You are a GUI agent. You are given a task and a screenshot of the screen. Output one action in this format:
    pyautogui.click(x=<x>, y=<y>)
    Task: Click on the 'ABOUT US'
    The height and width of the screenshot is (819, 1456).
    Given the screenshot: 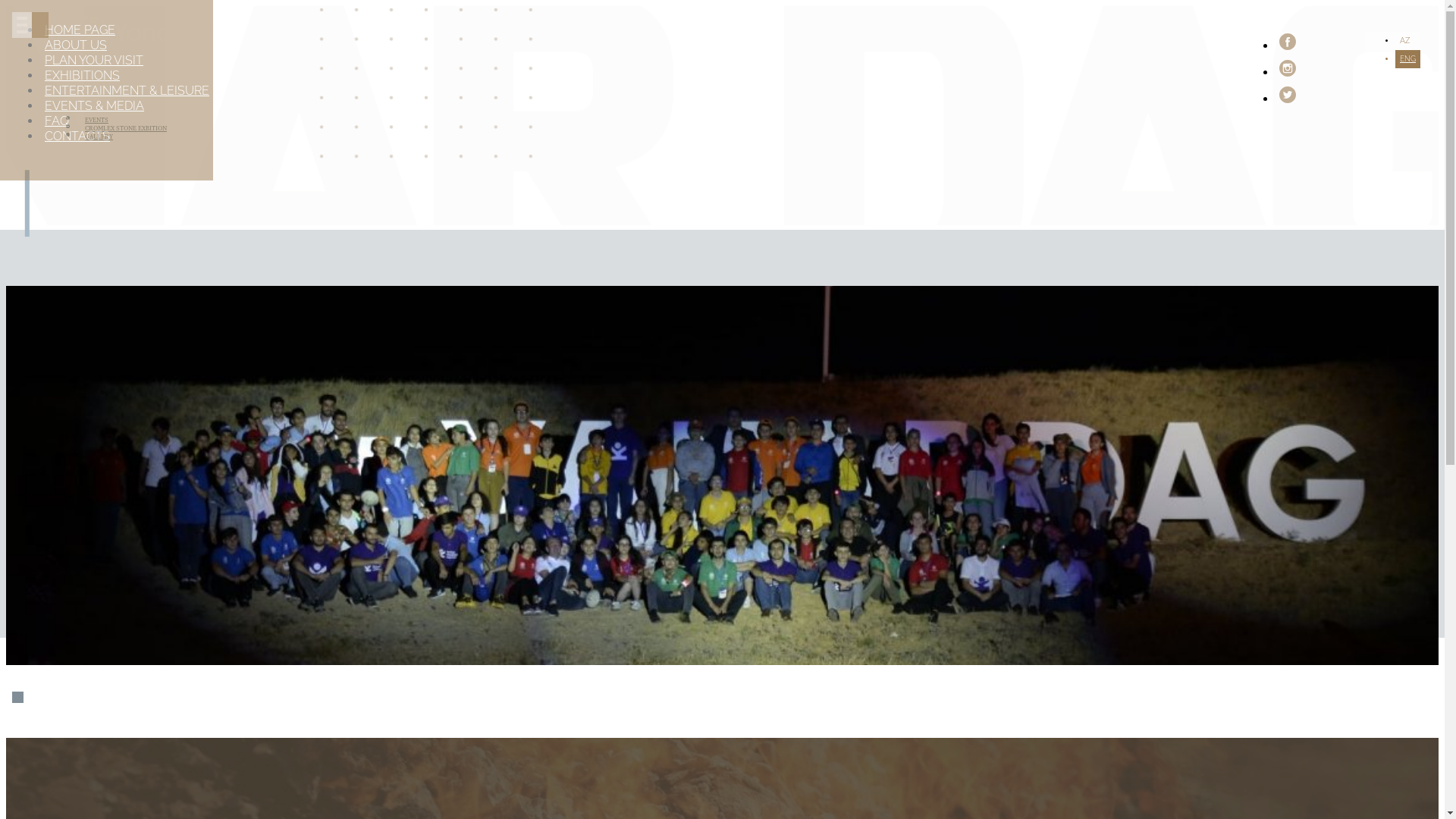 What is the action you would take?
    pyautogui.click(x=75, y=44)
    